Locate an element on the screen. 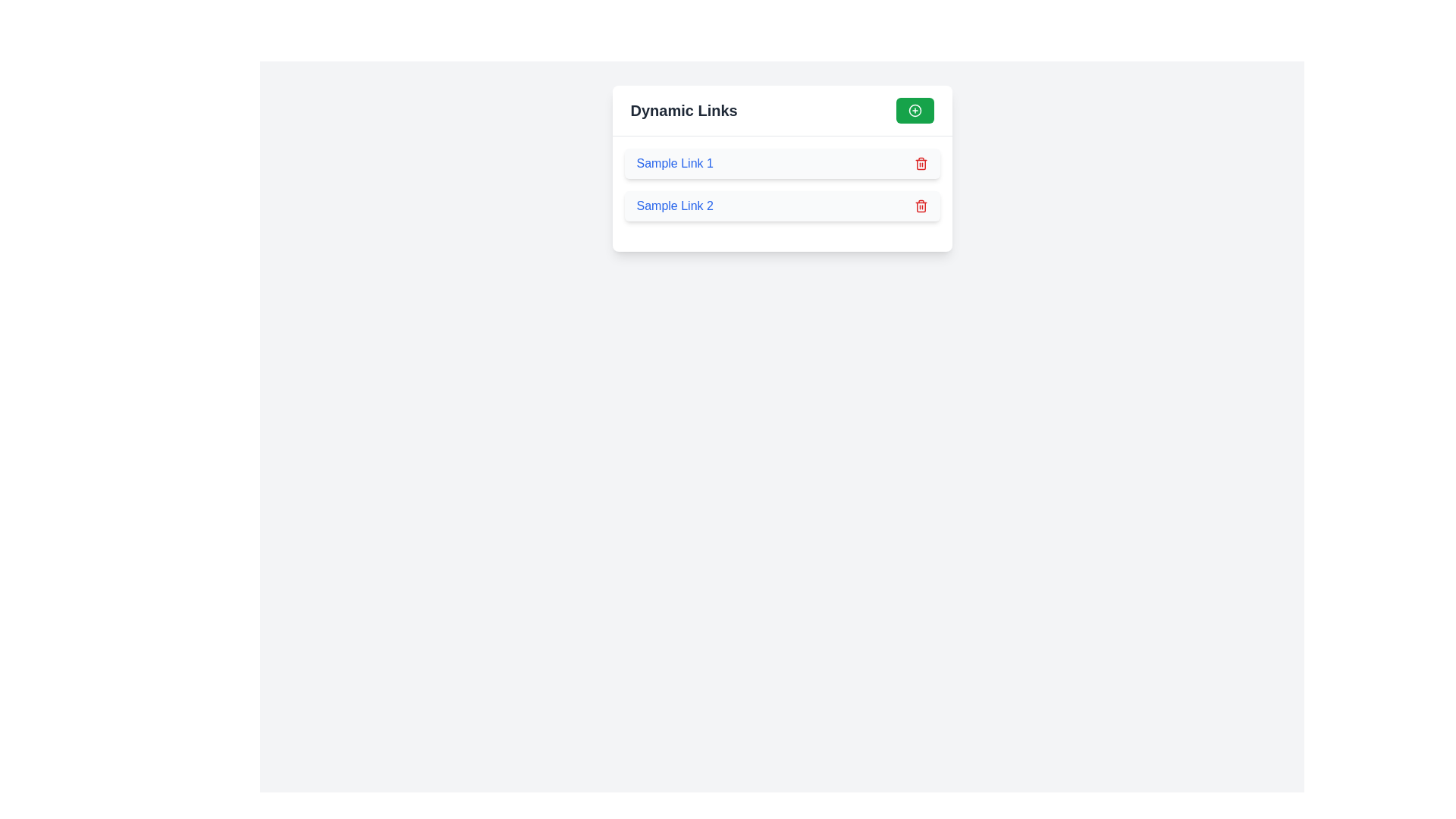 This screenshot has width=1456, height=819. the hyperlink in the first item of the 'Dynamic Links' list to underline it is located at coordinates (782, 164).